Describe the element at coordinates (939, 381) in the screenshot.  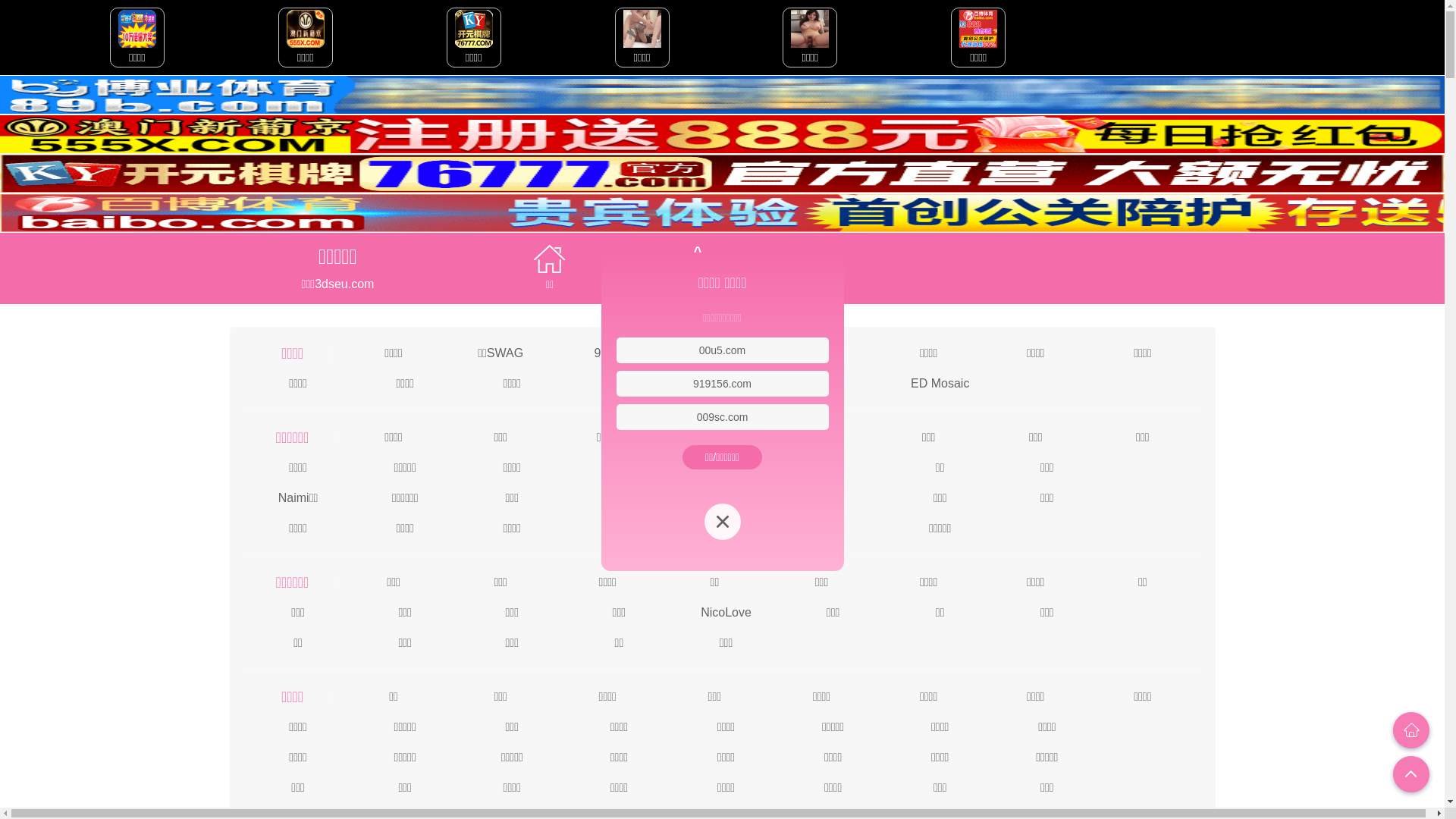
I see `'ED Mosaic'` at that location.